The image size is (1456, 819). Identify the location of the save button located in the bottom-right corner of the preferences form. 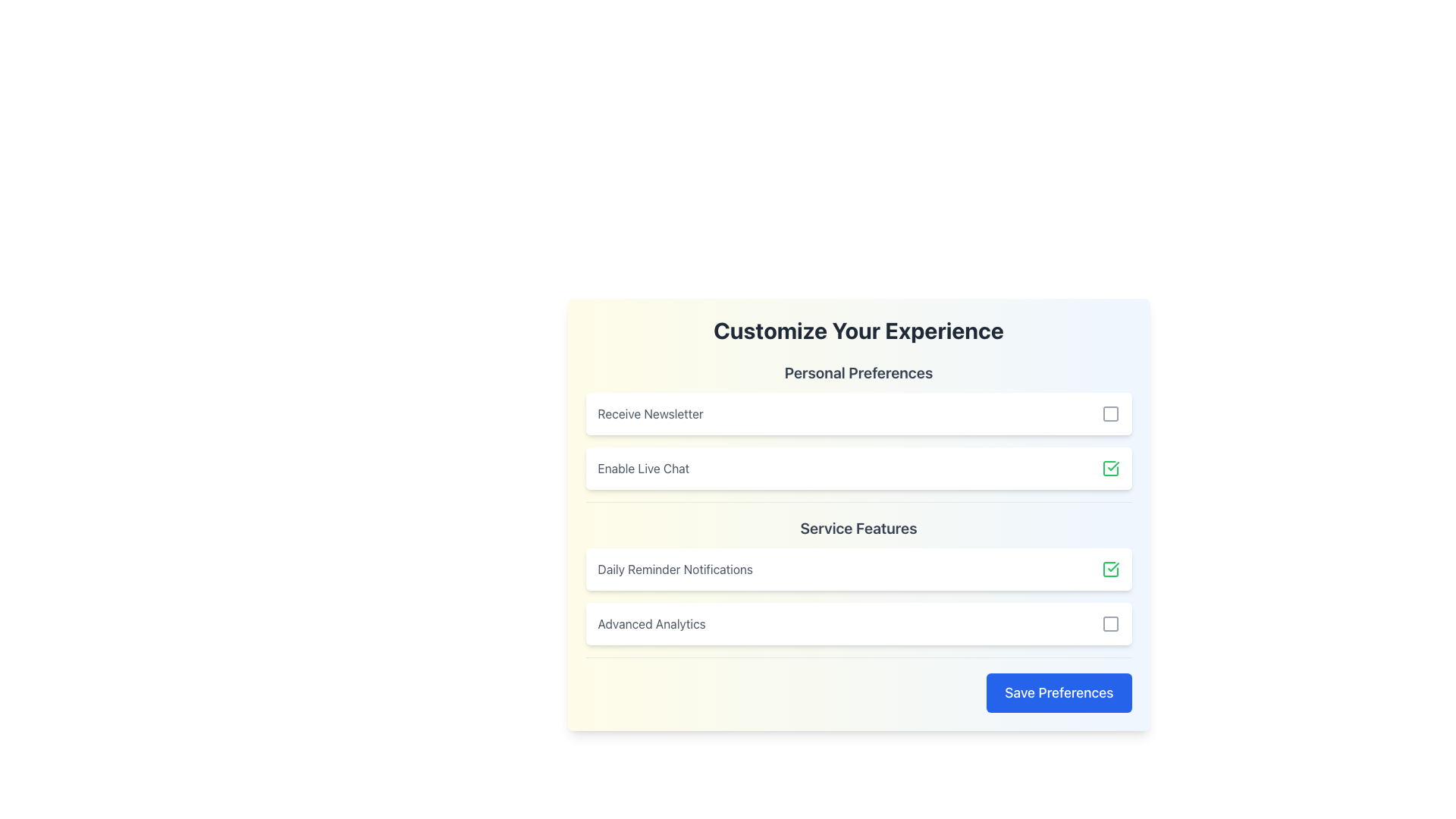
(1058, 693).